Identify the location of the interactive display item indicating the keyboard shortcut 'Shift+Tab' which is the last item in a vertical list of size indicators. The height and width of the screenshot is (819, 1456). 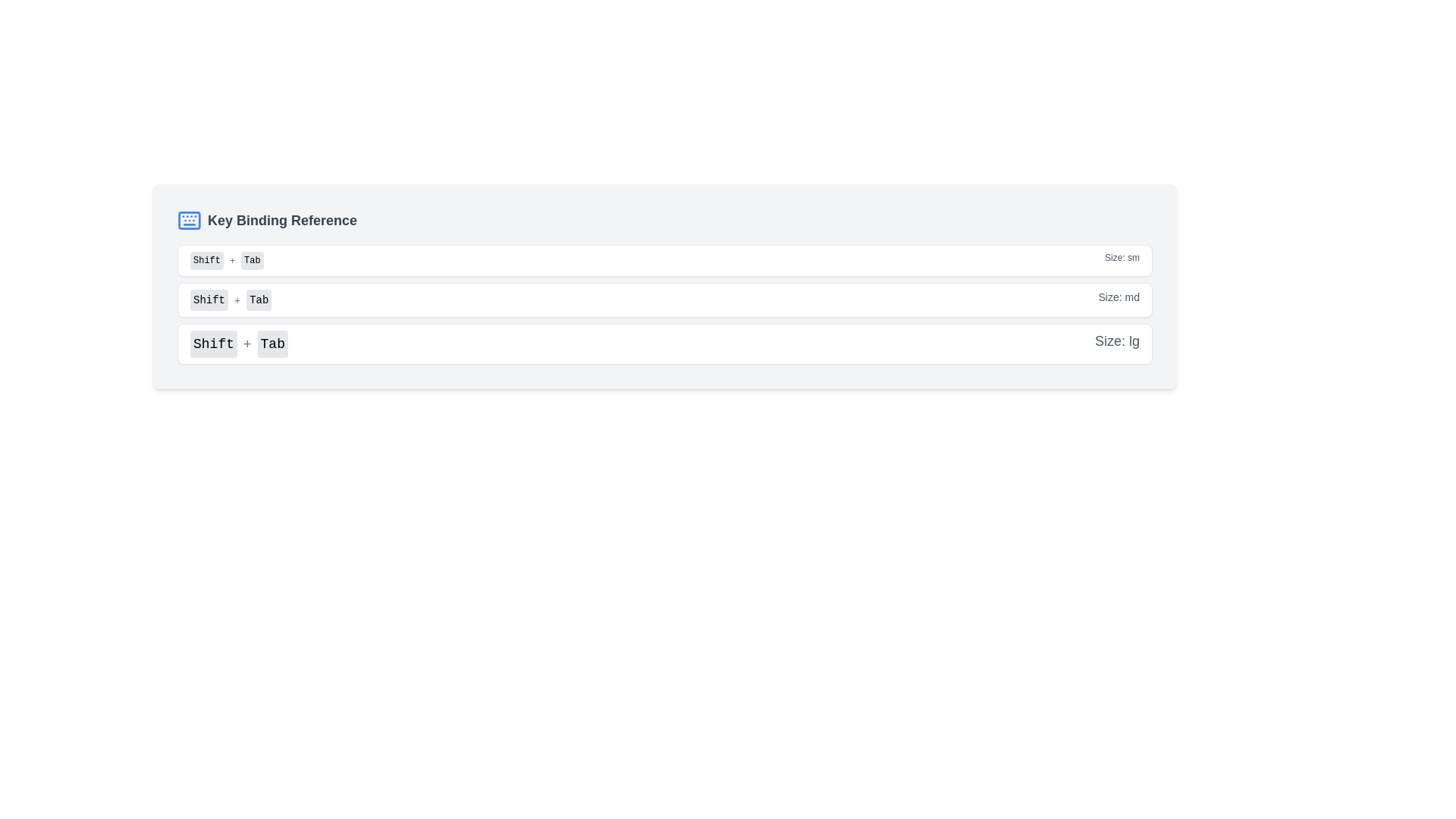
(665, 344).